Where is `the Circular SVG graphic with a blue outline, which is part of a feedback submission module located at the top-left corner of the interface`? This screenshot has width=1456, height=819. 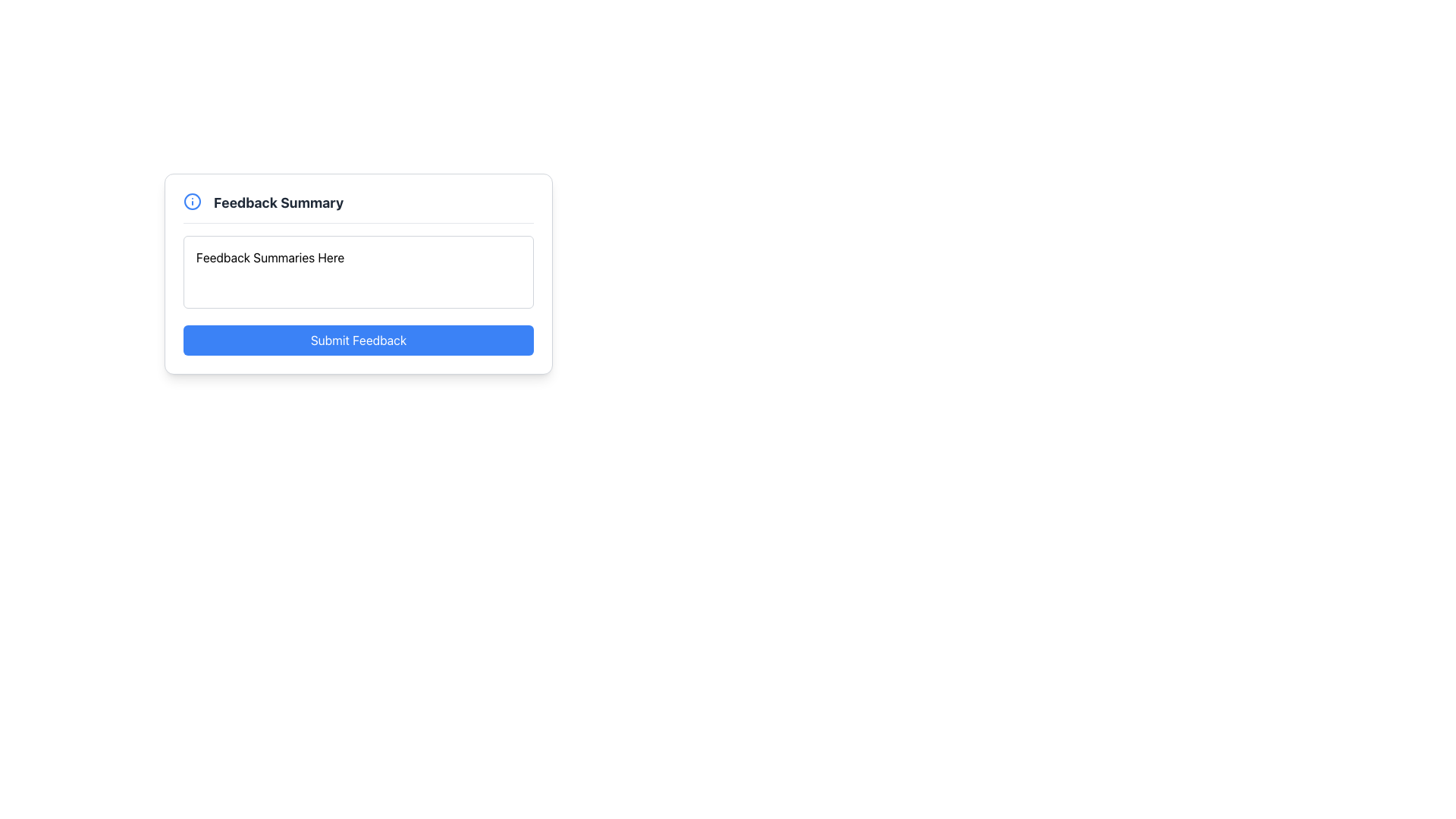 the Circular SVG graphic with a blue outline, which is part of a feedback submission module located at the top-left corner of the interface is located at coordinates (192, 201).